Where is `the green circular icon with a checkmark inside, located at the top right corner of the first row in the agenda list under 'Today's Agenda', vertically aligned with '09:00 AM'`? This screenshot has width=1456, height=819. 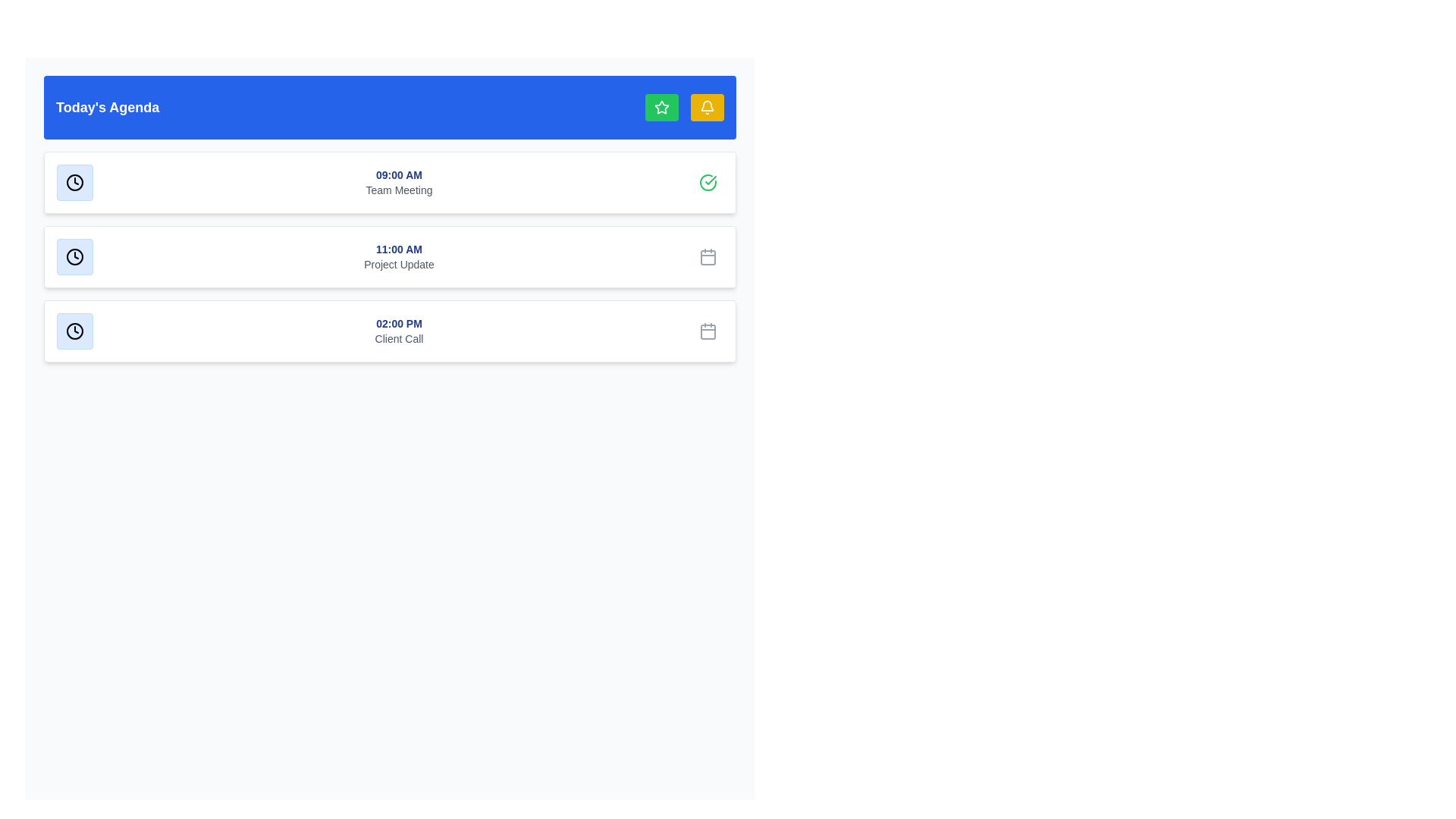
the green circular icon with a checkmark inside, located at the top right corner of the first row in the agenda list under 'Today's Agenda', vertically aligned with '09:00 AM' is located at coordinates (708, 181).